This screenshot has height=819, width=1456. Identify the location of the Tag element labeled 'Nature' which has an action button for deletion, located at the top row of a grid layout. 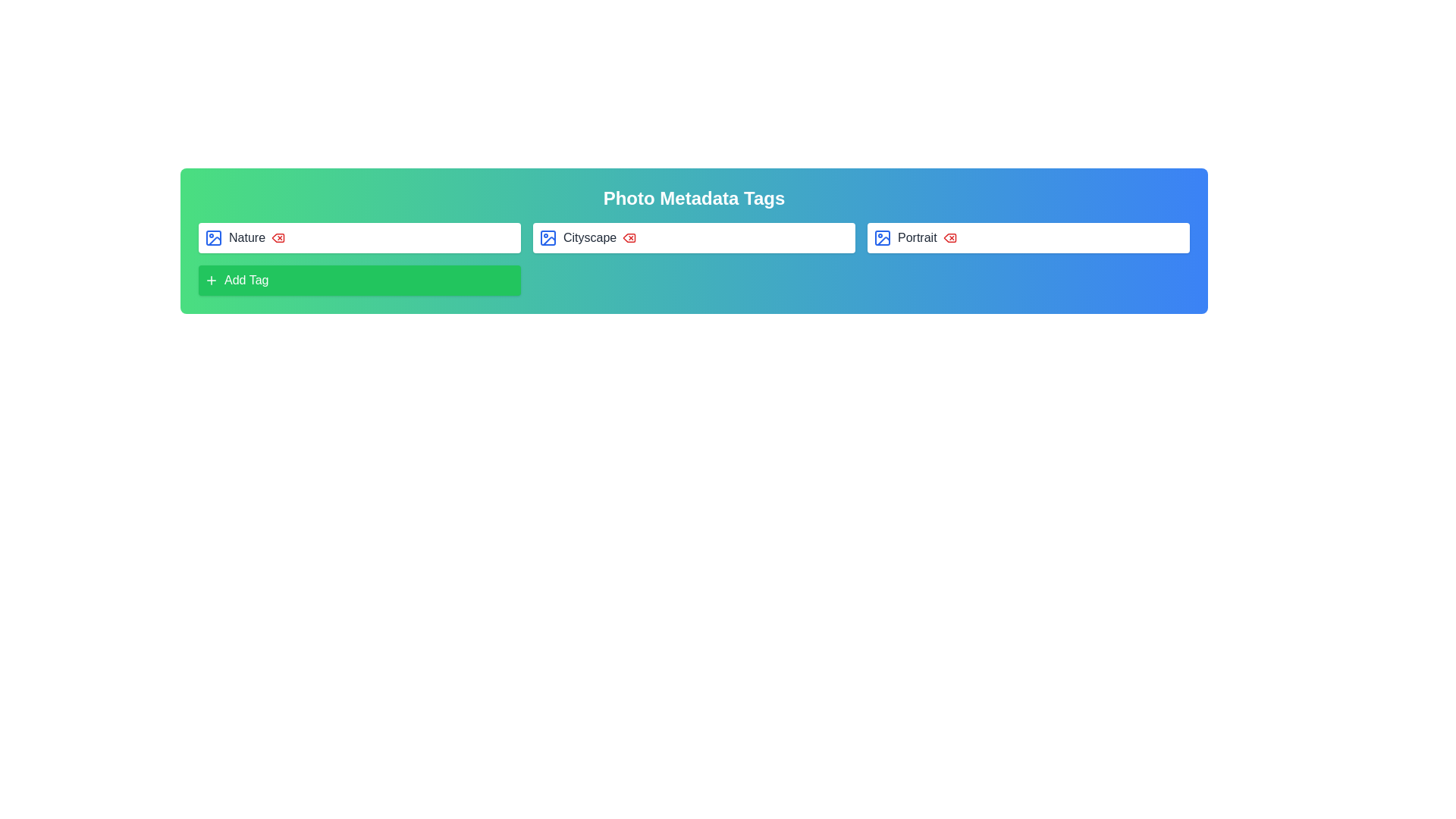
(359, 237).